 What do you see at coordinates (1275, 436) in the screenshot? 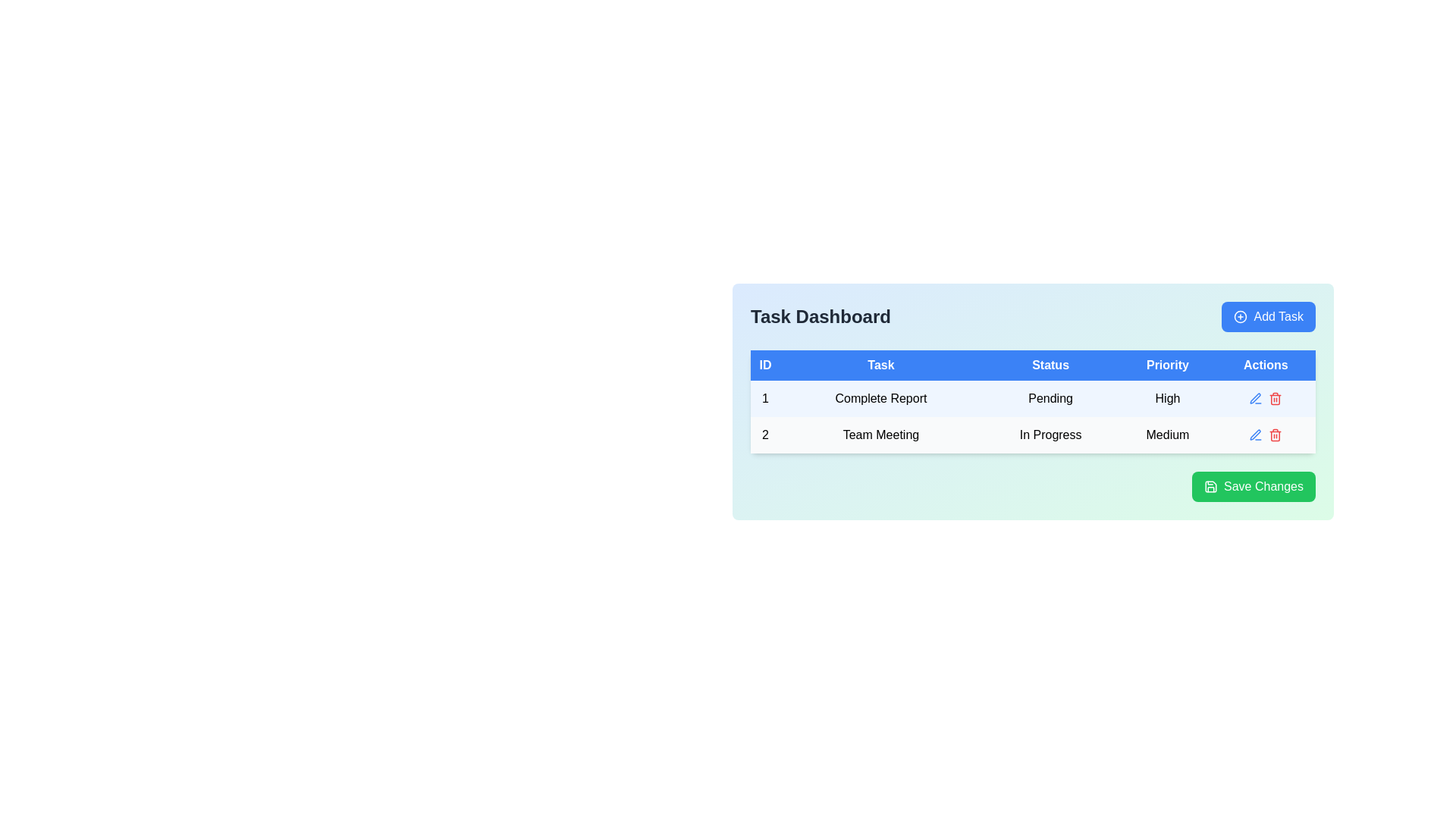
I see `the trash can icon in the 'Actions' column for the 'Team Meeting' task` at bounding box center [1275, 436].